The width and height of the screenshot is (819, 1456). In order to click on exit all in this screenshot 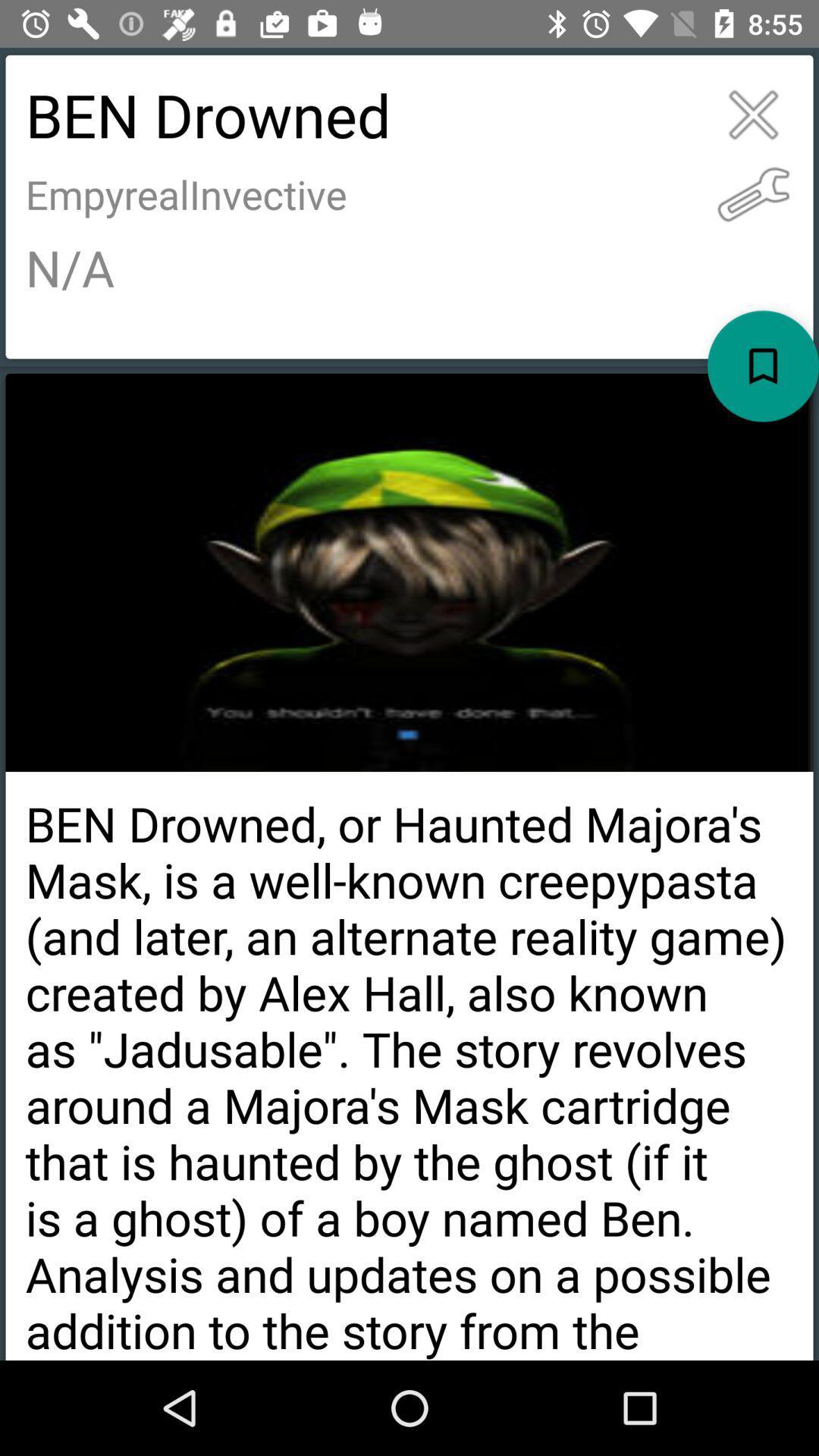, I will do `click(753, 114)`.